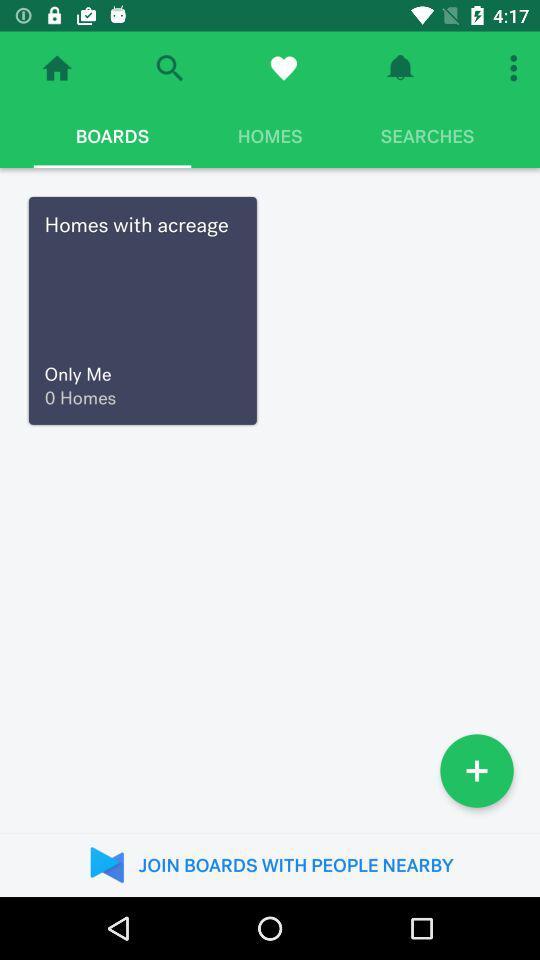 This screenshot has width=540, height=960. I want to click on navigate to home, so click(57, 68).